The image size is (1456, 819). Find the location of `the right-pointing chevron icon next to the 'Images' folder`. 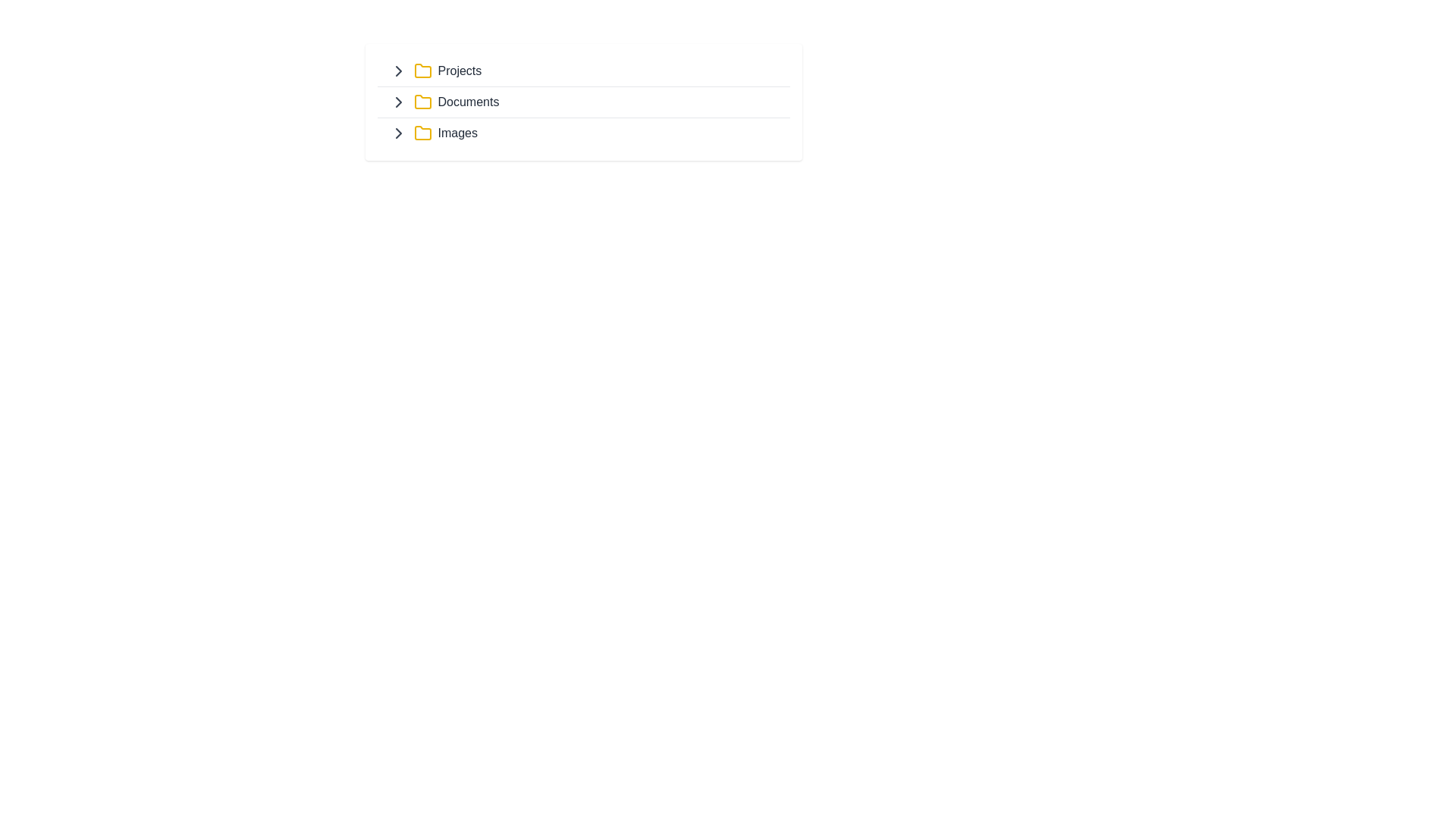

the right-pointing chevron icon next to the 'Images' folder is located at coordinates (398, 133).